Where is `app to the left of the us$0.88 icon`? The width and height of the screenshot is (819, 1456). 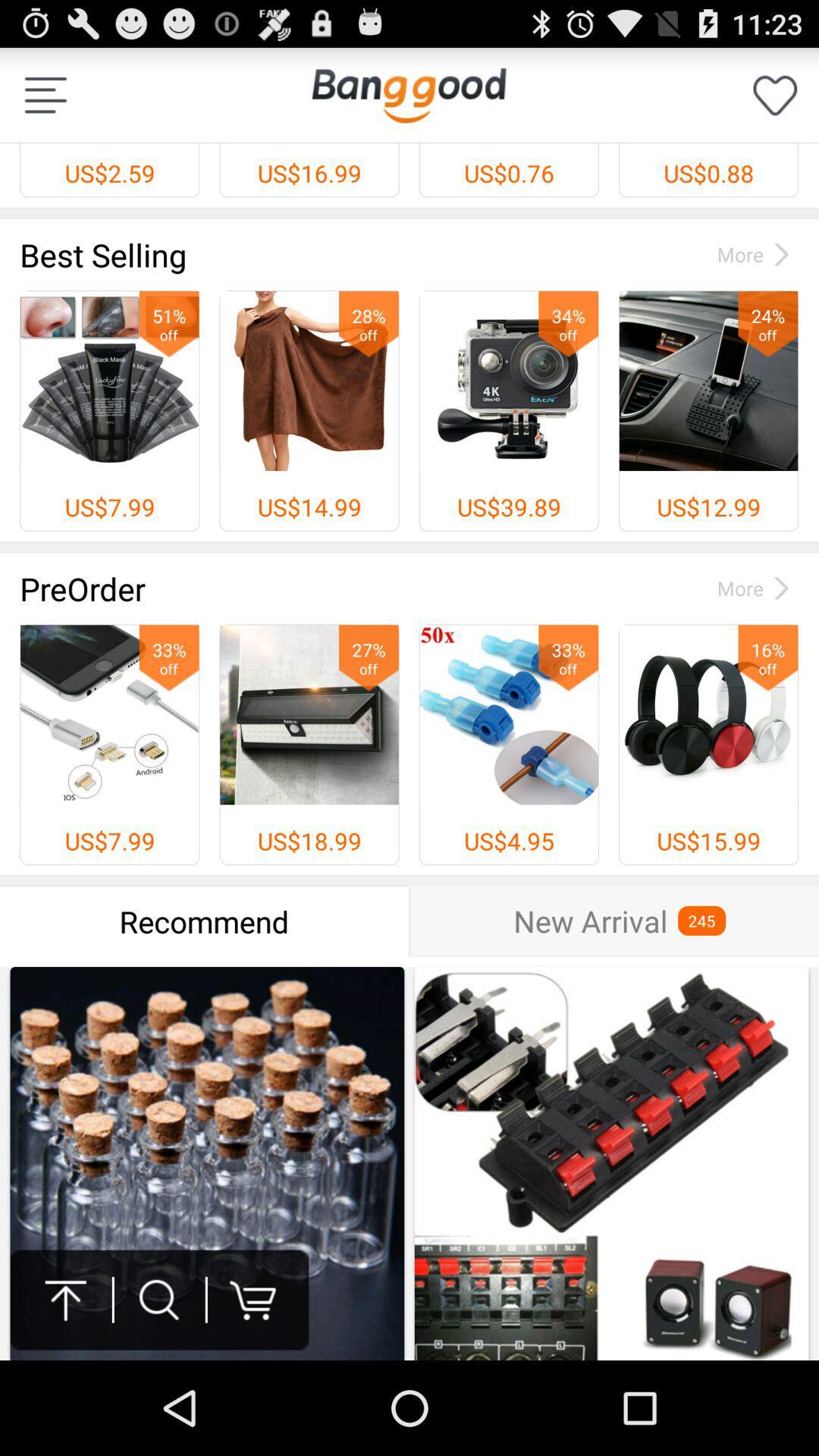
app to the left of the us$0.88 icon is located at coordinates (408, 94).